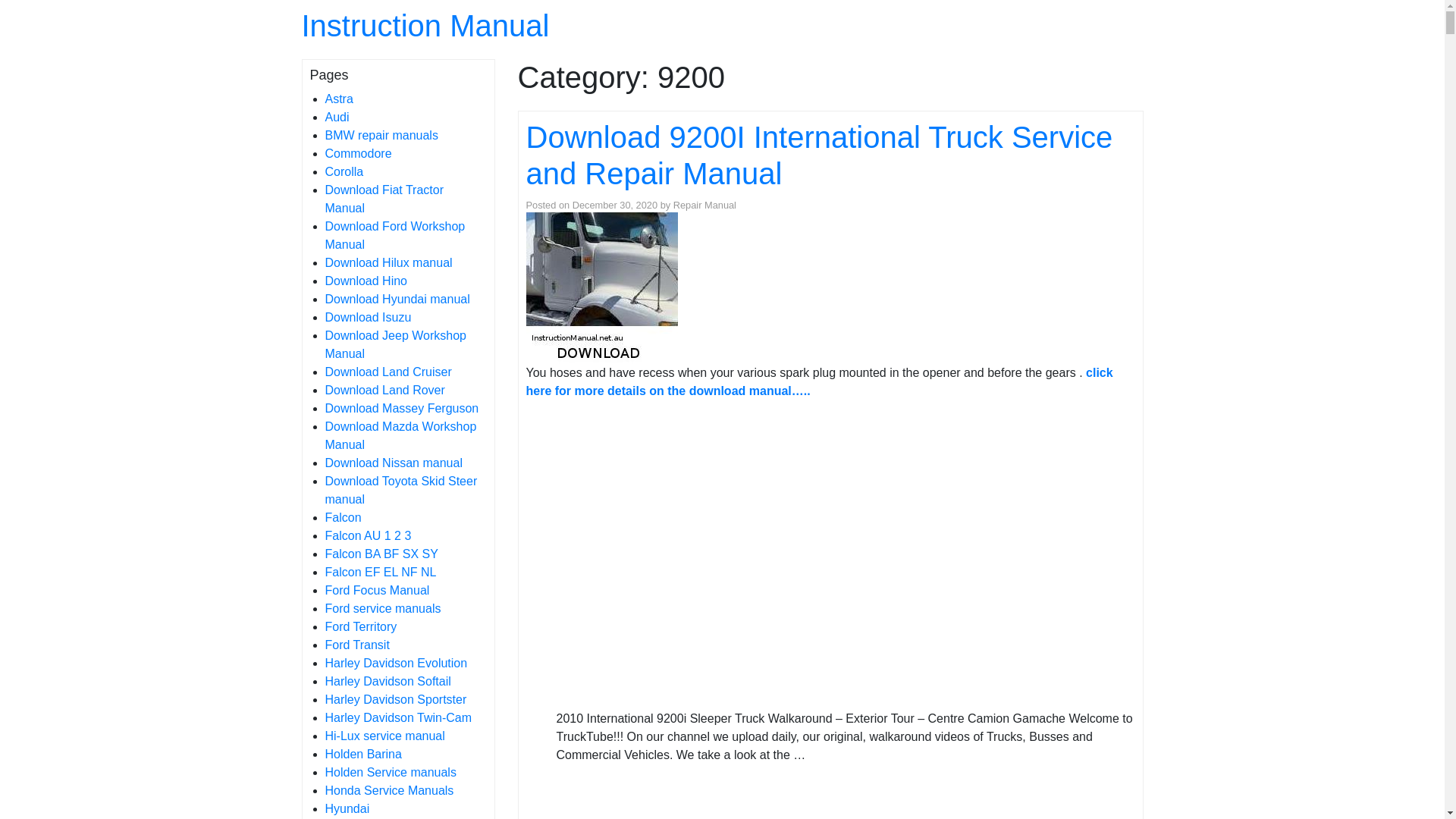  Describe the element at coordinates (377, 589) in the screenshot. I see `'Ford Focus Manual'` at that location.